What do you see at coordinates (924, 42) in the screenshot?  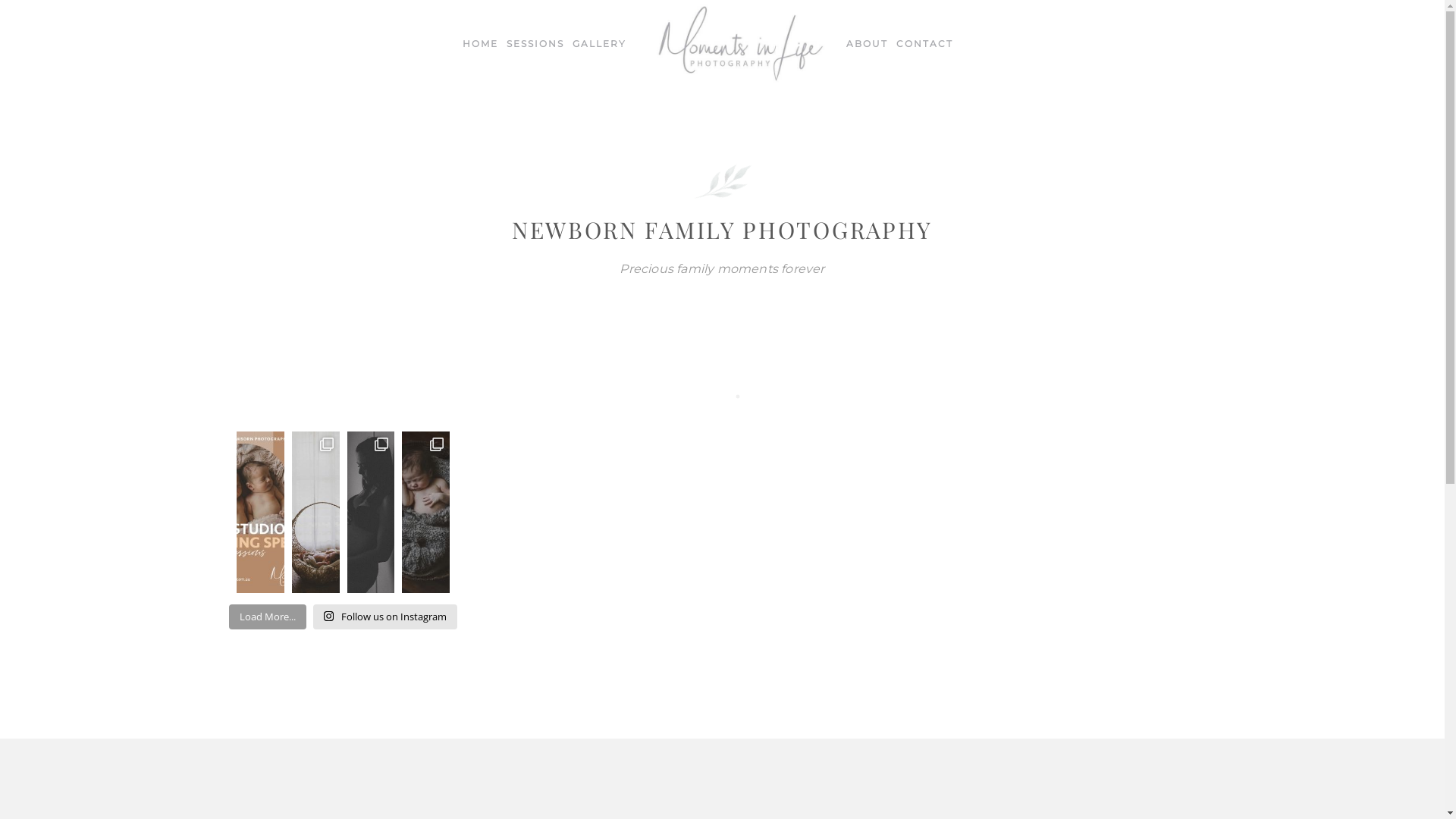 I see `'CONTACT'` at bounding box center [924, 42].